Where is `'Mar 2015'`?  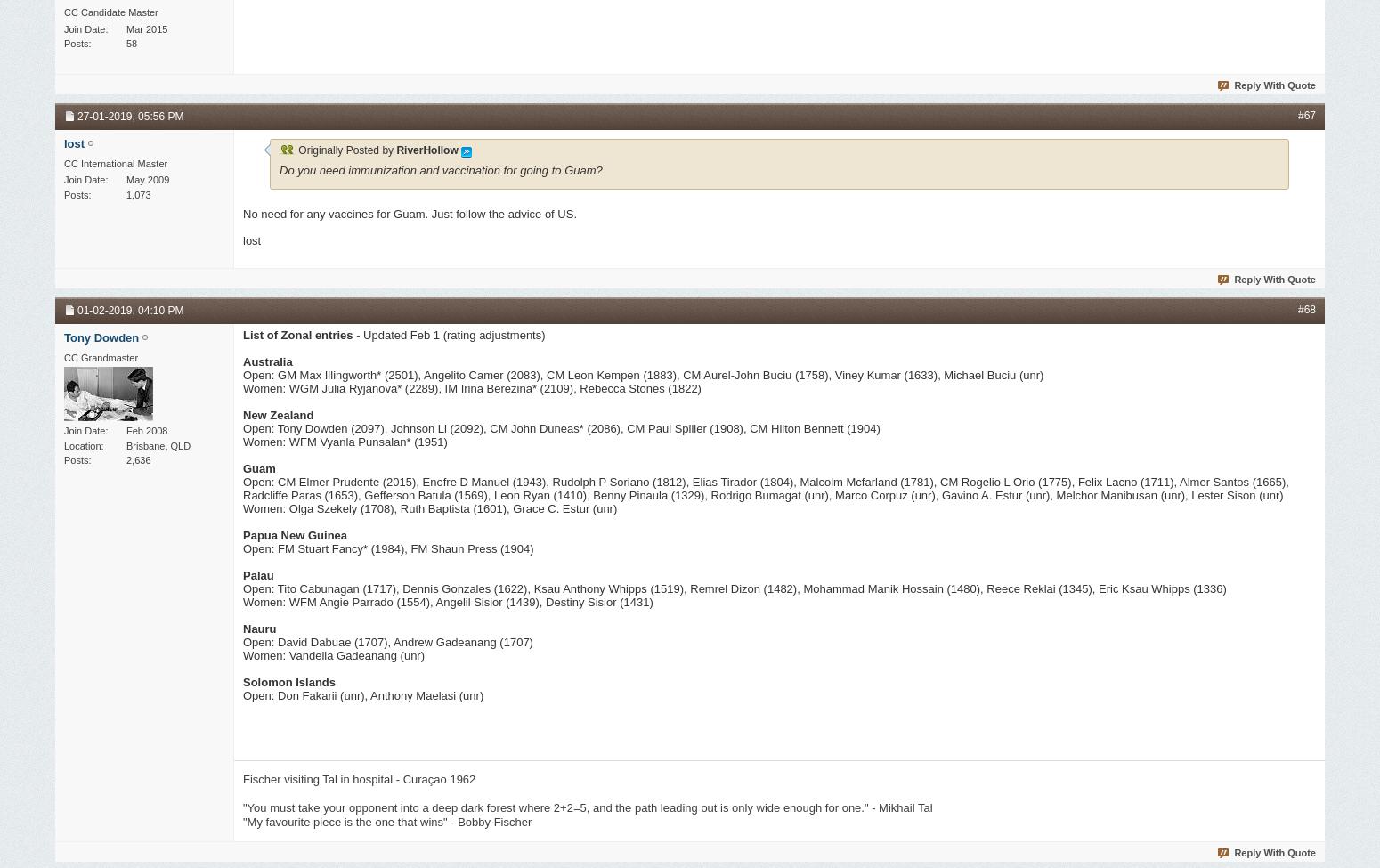 'Mar 2015' is located at coordinates (126, 28).